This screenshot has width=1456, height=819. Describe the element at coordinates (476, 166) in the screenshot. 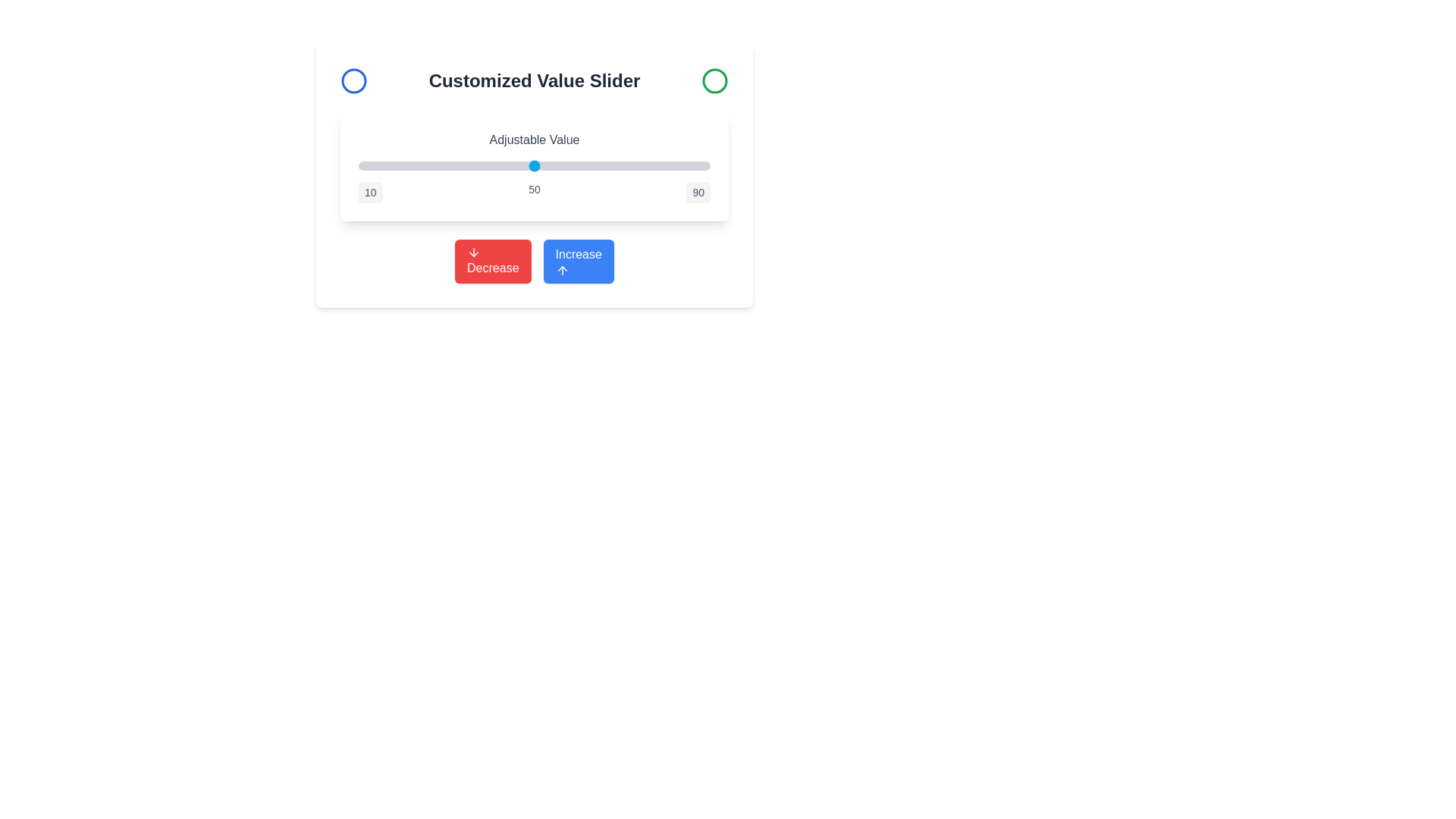

I see `adjustable value` at that location.